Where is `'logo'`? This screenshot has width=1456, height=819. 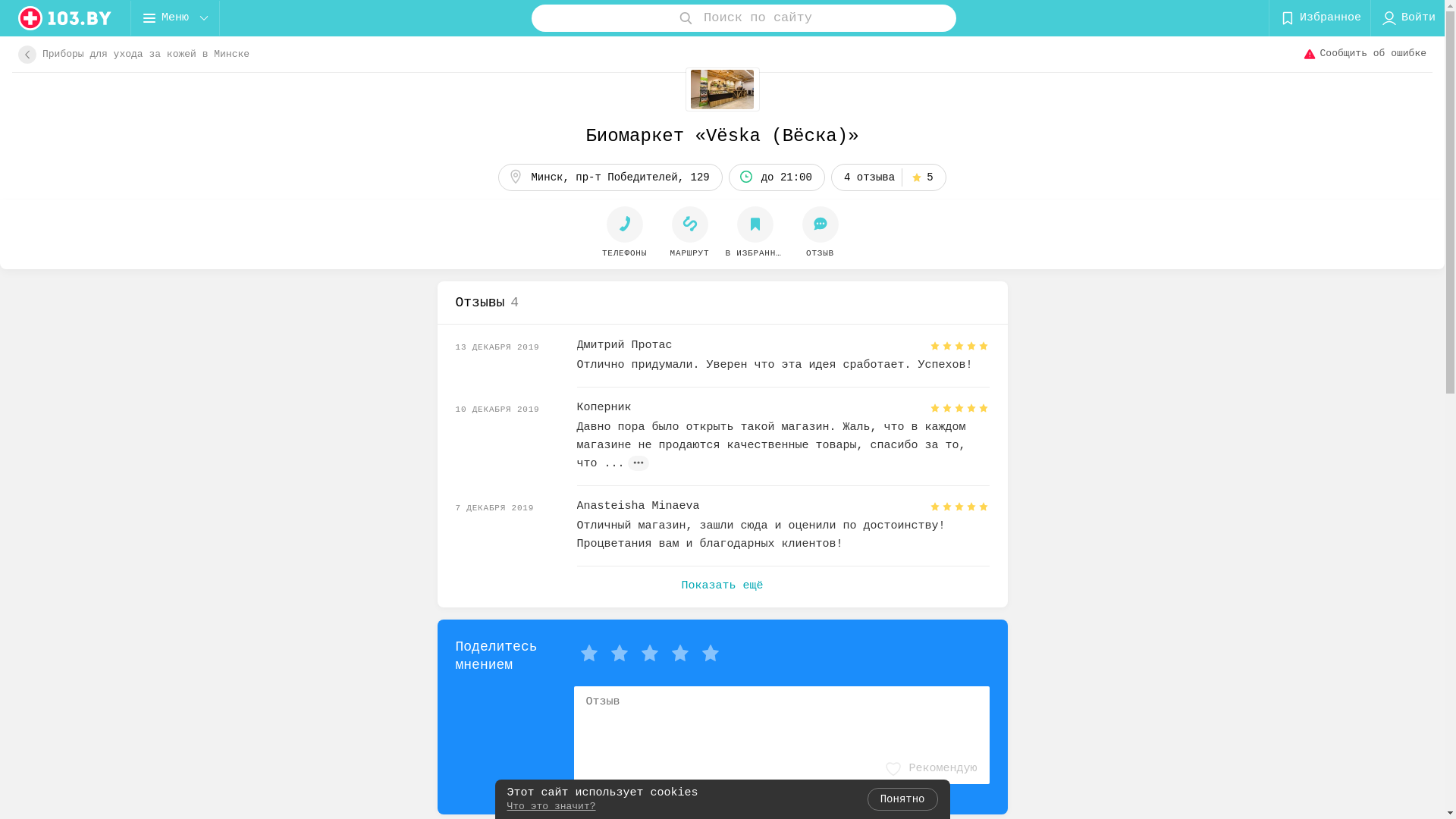
'logo' is located at coordinates (18, 17).